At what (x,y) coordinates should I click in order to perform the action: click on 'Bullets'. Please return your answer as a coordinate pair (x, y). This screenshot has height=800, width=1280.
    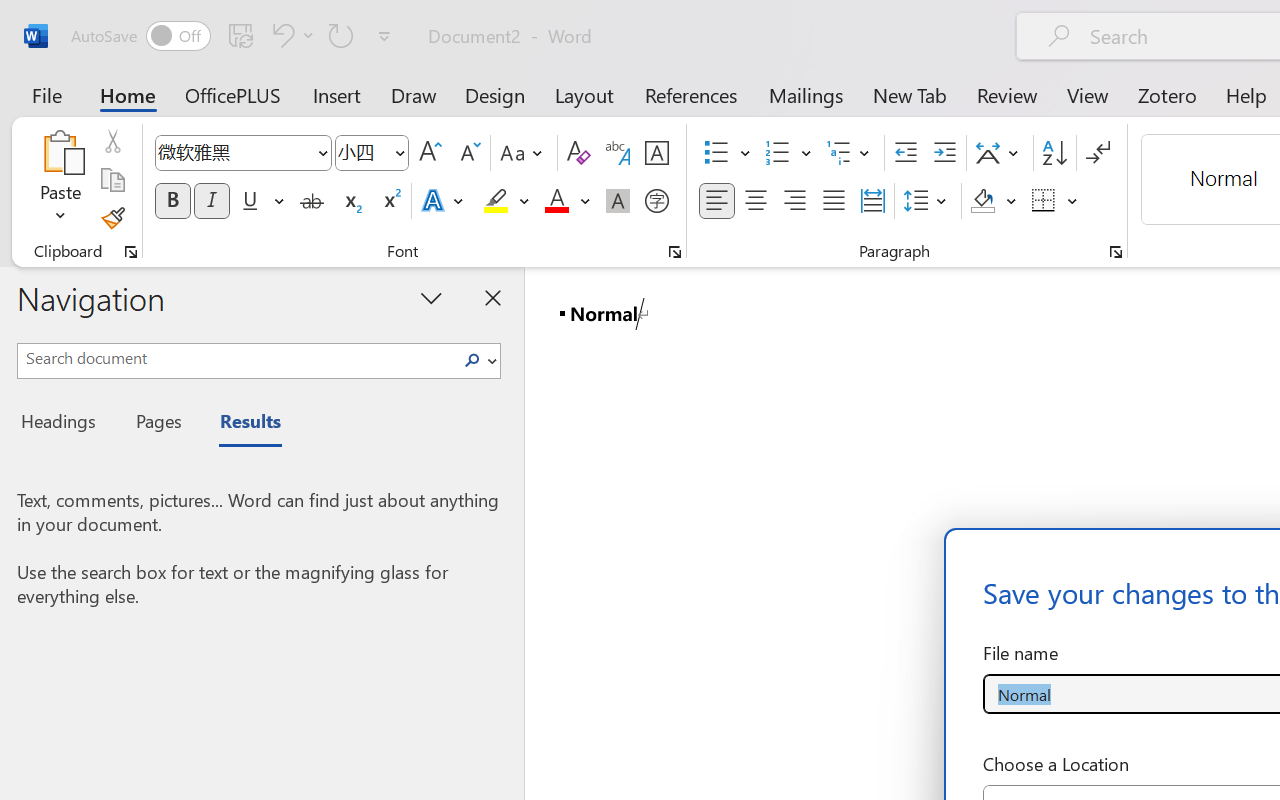
    Looking at the image, I should click on (726, 153).